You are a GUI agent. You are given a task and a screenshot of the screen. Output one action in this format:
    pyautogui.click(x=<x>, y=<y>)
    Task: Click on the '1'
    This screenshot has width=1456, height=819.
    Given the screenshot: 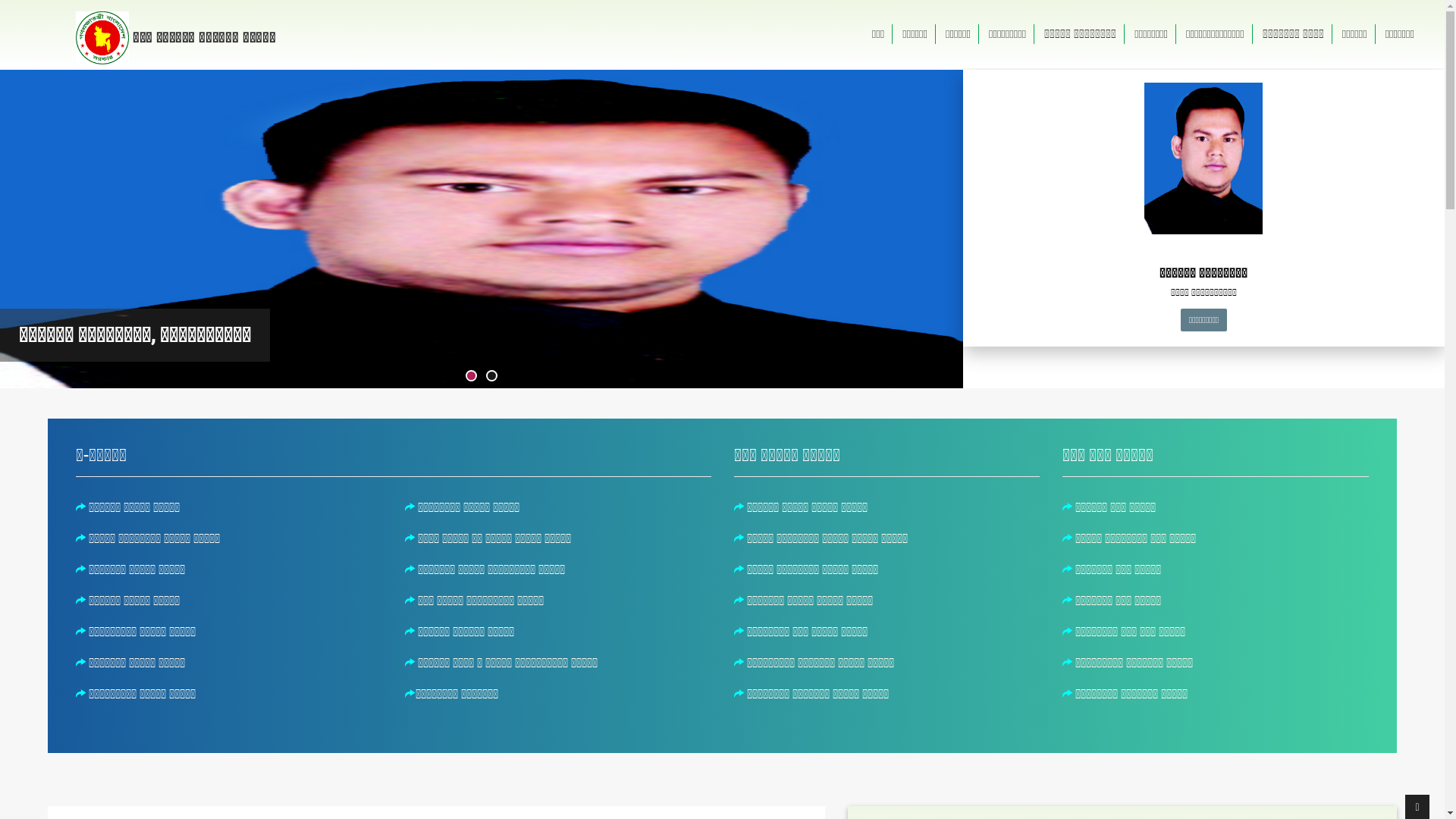 What is the action you would take?
    pyautogui.click(x=466, y=375)
    